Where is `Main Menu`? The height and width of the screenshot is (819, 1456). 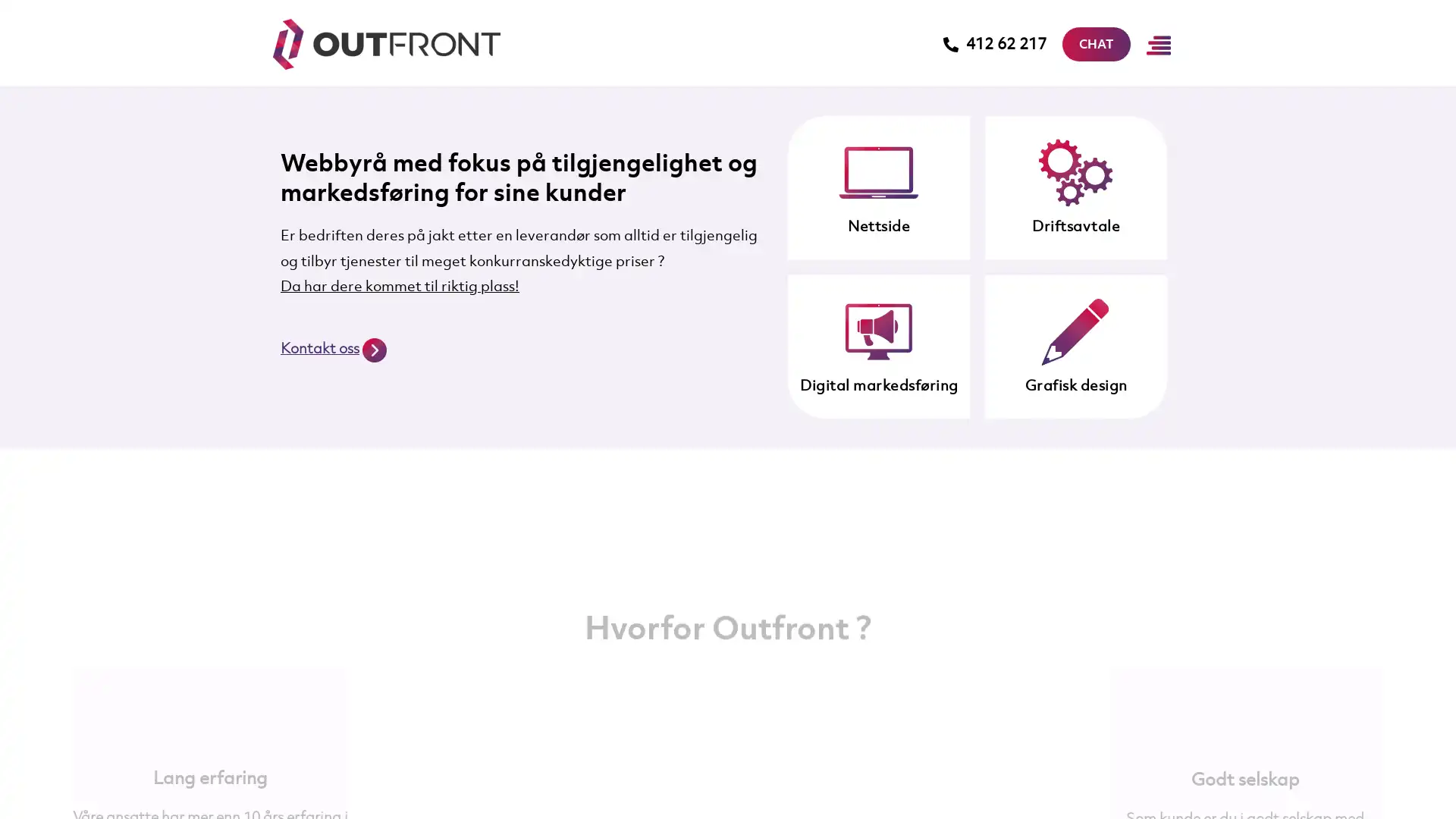 Main Menu is located at coordinates (1163, 50).